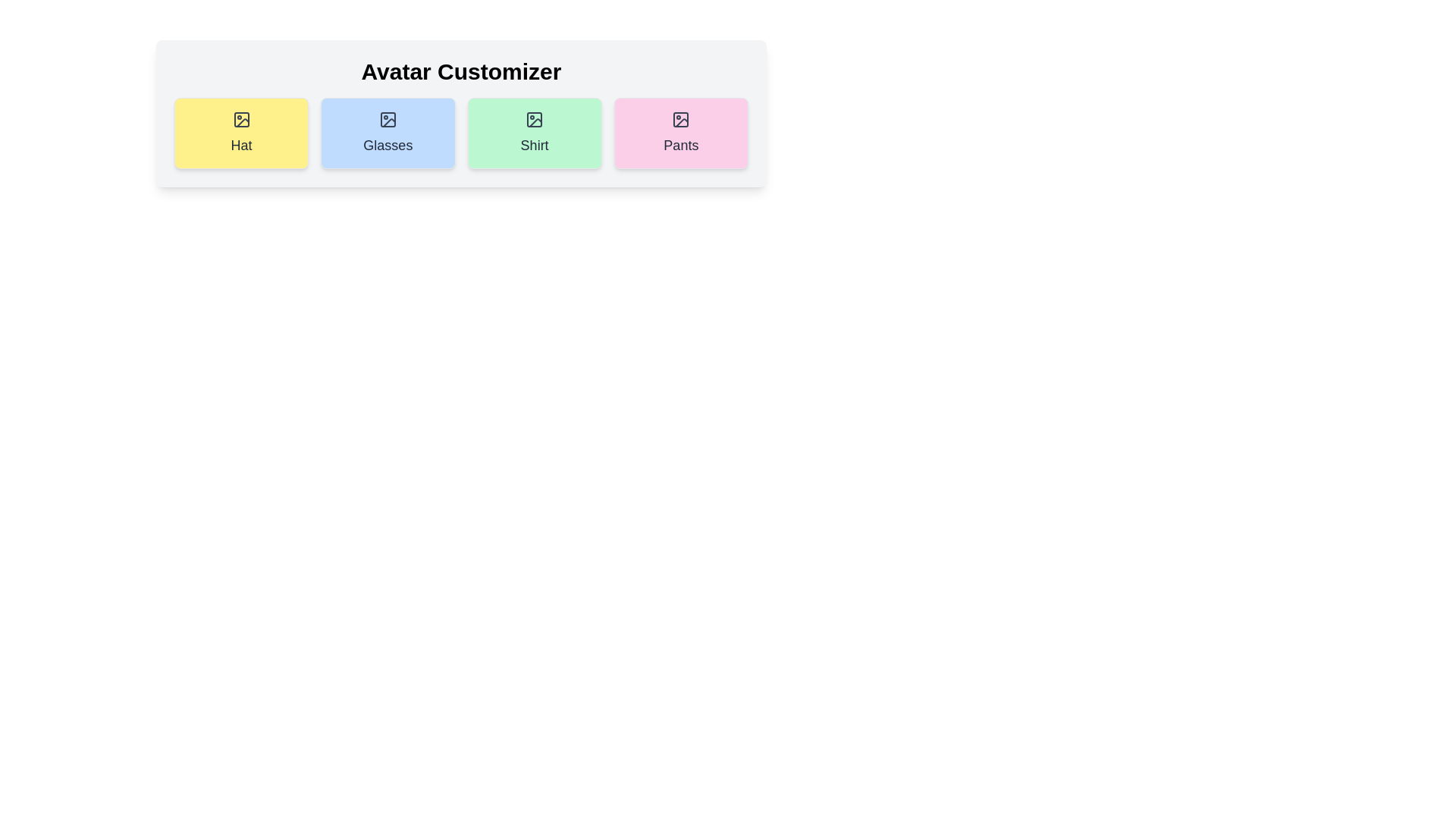  I want to click on the title text that provides an overview for avatar customization options, located centrally above the grid layout of customizable items, so click(460, 72).